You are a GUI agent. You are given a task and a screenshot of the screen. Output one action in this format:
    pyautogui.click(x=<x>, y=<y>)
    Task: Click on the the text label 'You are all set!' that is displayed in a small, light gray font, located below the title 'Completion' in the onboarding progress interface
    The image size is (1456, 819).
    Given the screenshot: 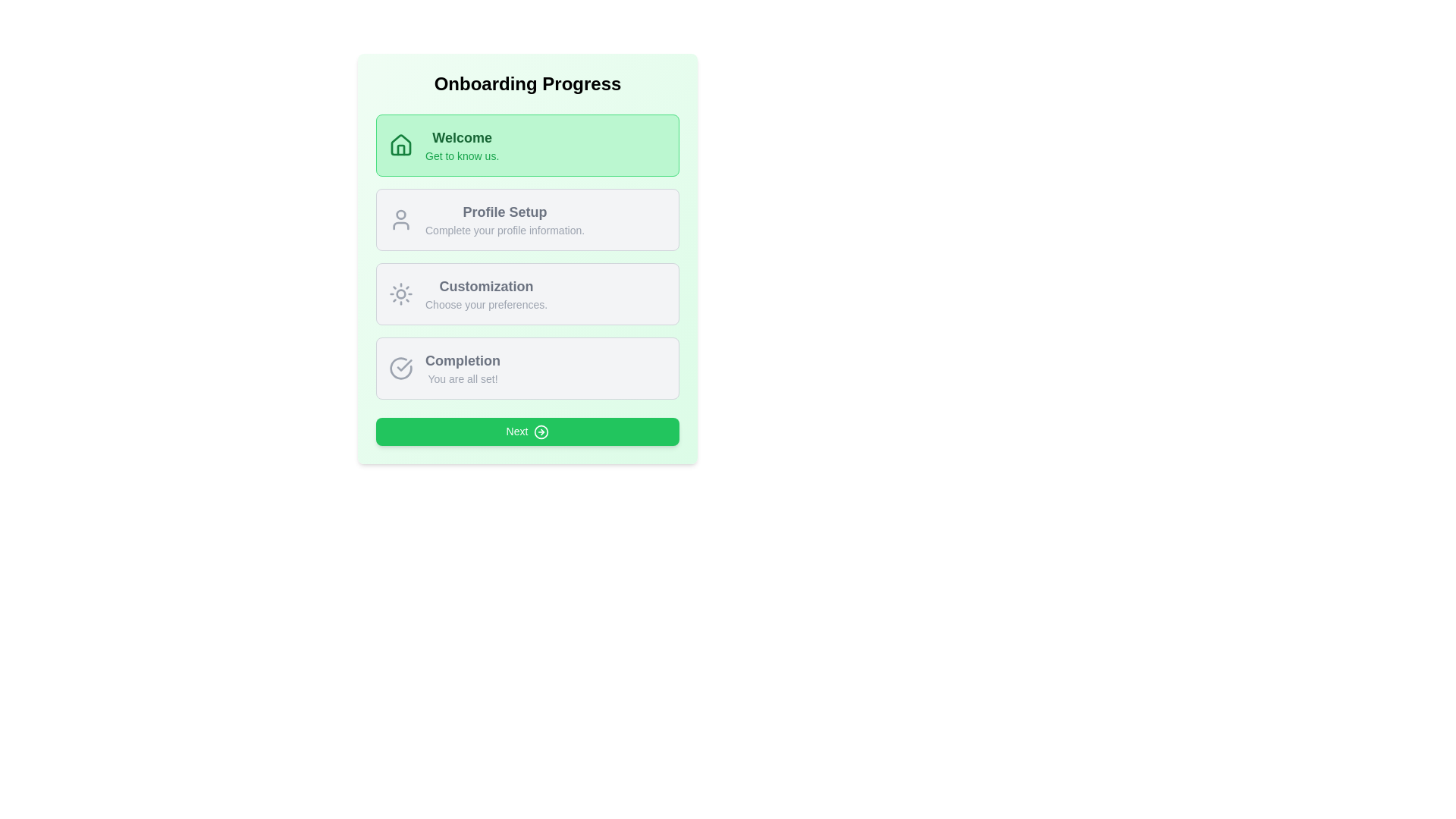 What is the action you would take?
    pyautogui.click(x=462, y=378)
    